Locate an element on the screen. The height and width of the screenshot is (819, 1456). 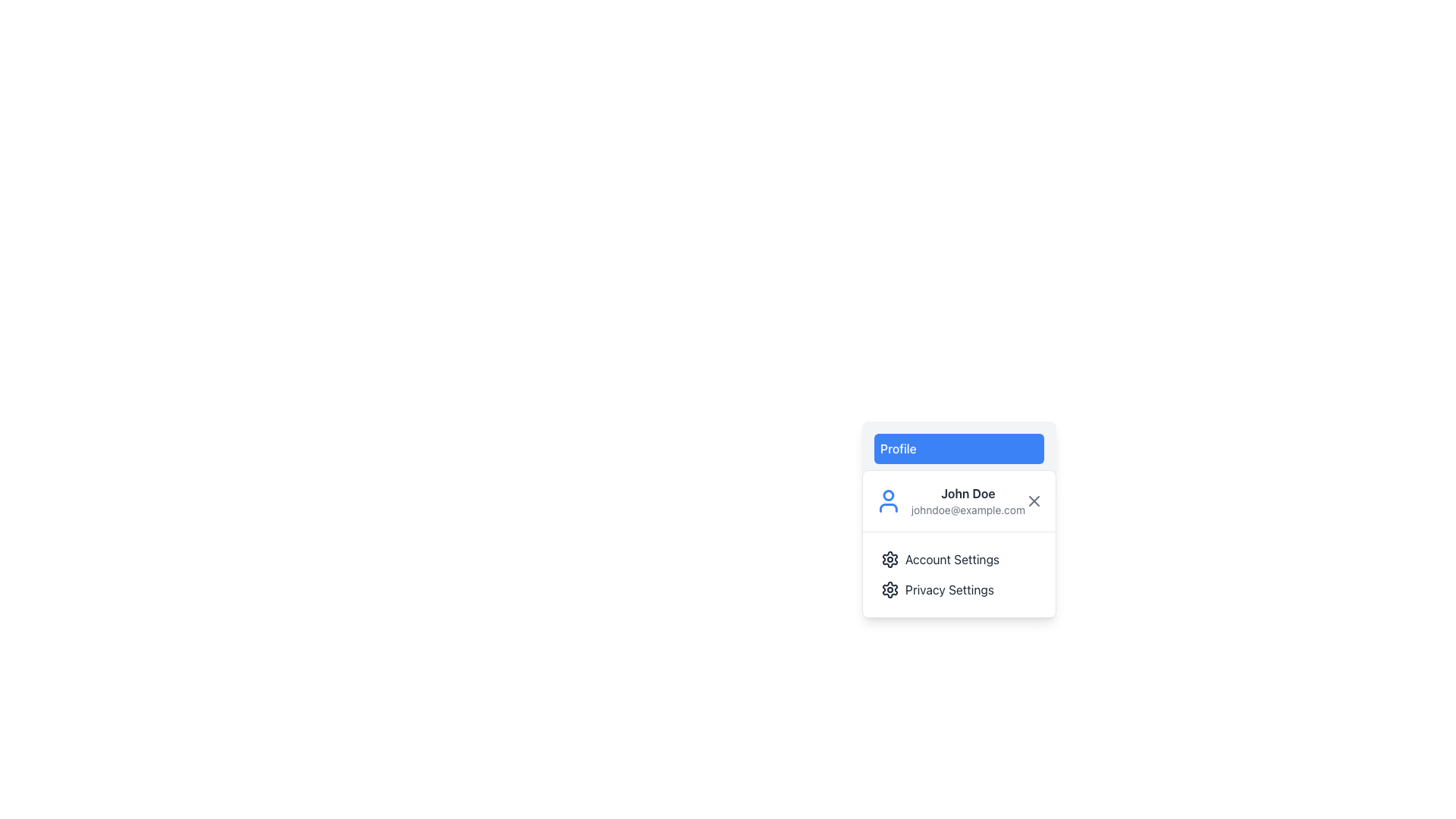
the gear-shaped icon in the settings dropdown menu is located at coordinates (890, 589).